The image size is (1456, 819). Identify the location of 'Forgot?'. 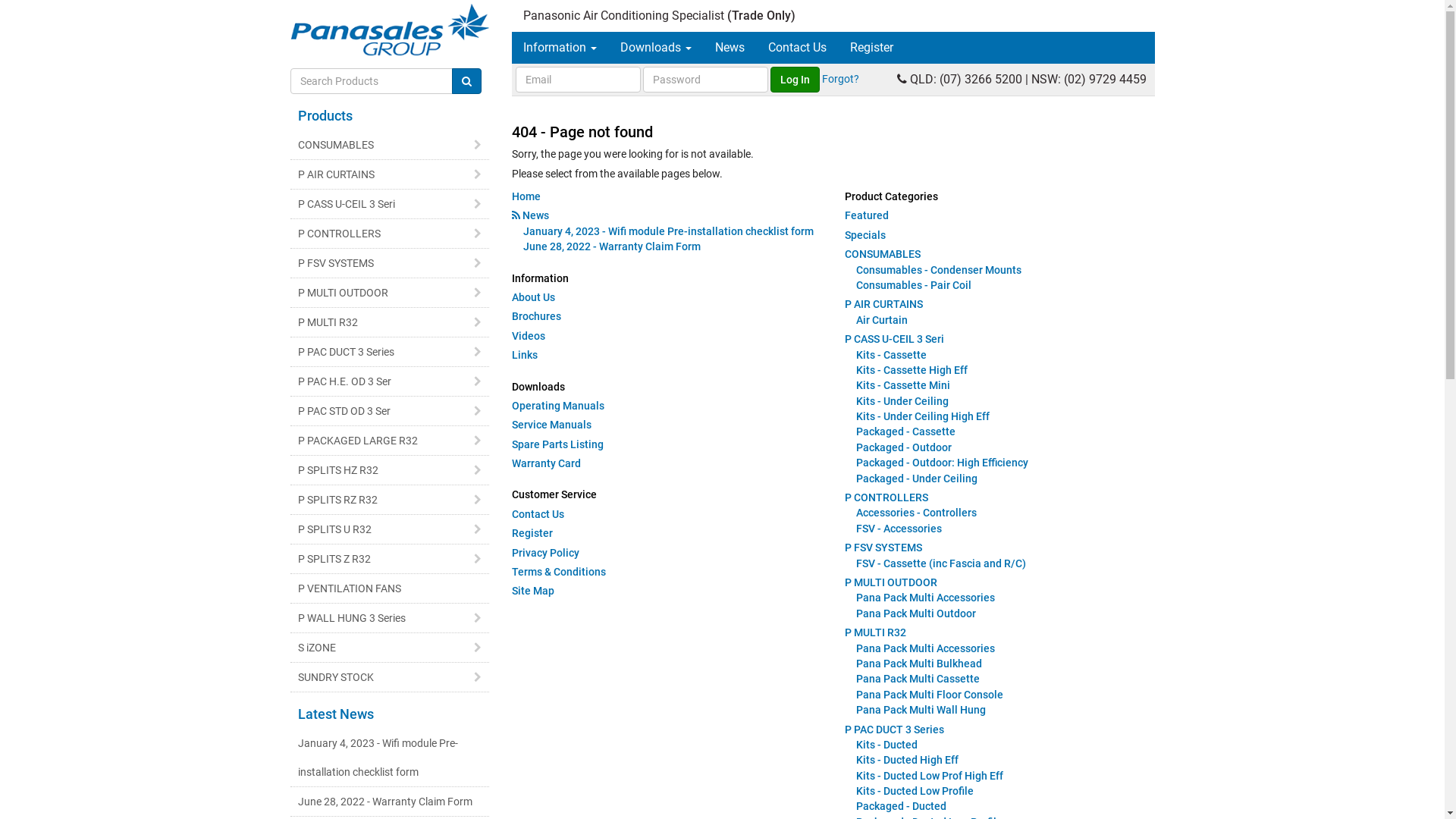
(839, 79).